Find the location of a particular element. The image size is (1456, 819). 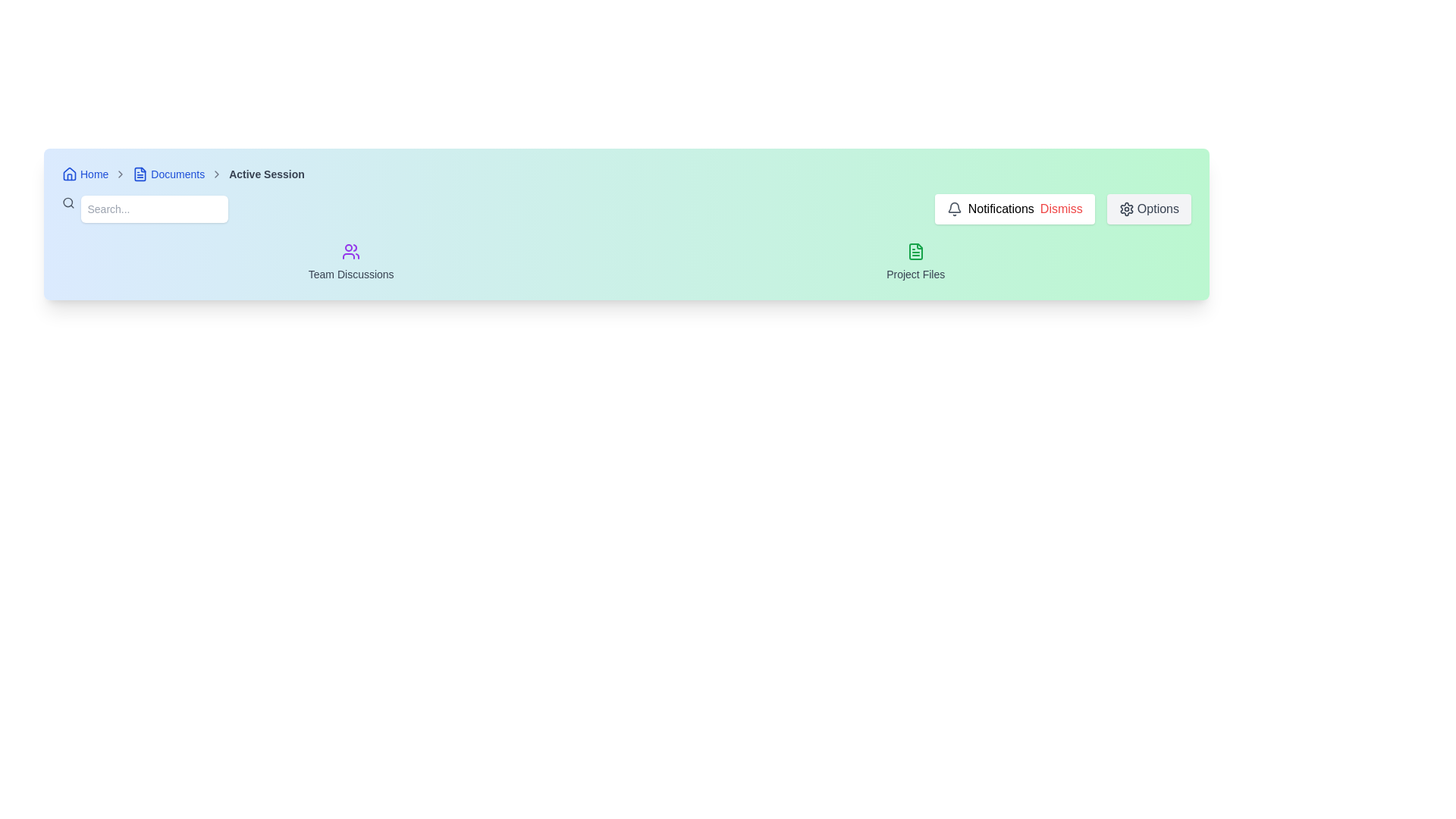

the button labeled 'Team Discussions' which has a purple icon representing multiple people is located at coordinates (350, 262).